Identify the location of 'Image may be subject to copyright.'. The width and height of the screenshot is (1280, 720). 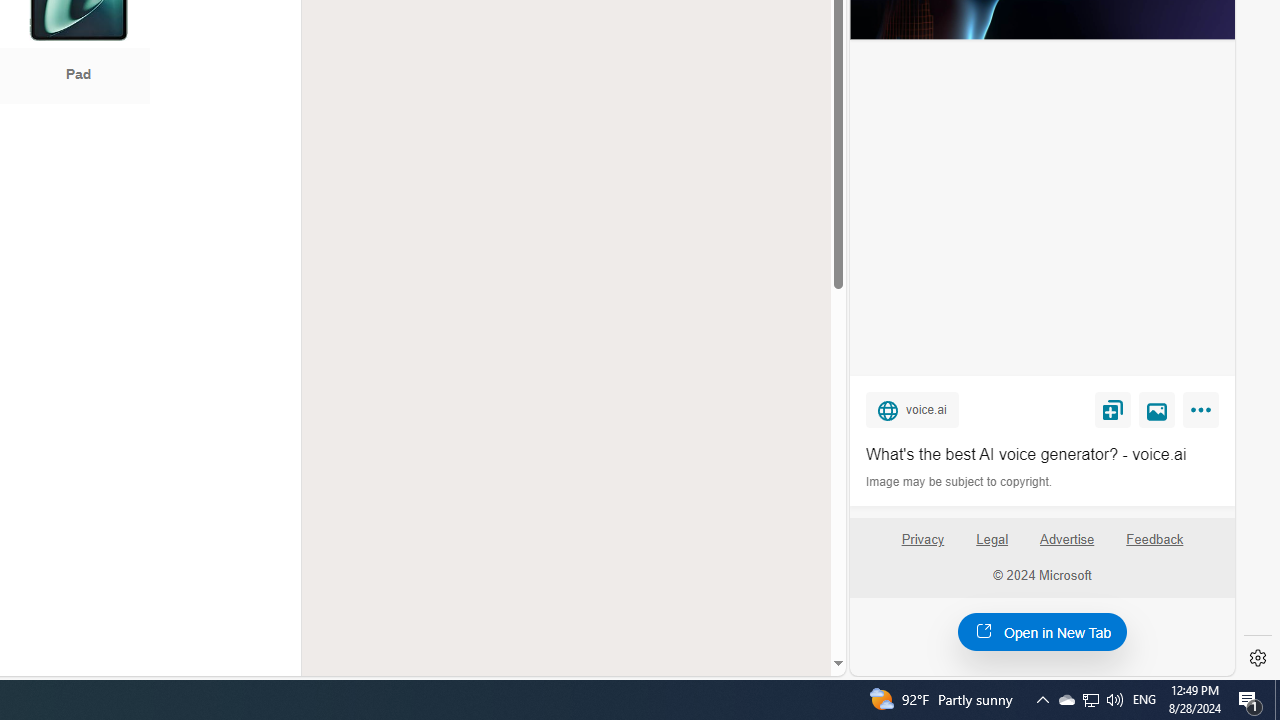
(960, 482).